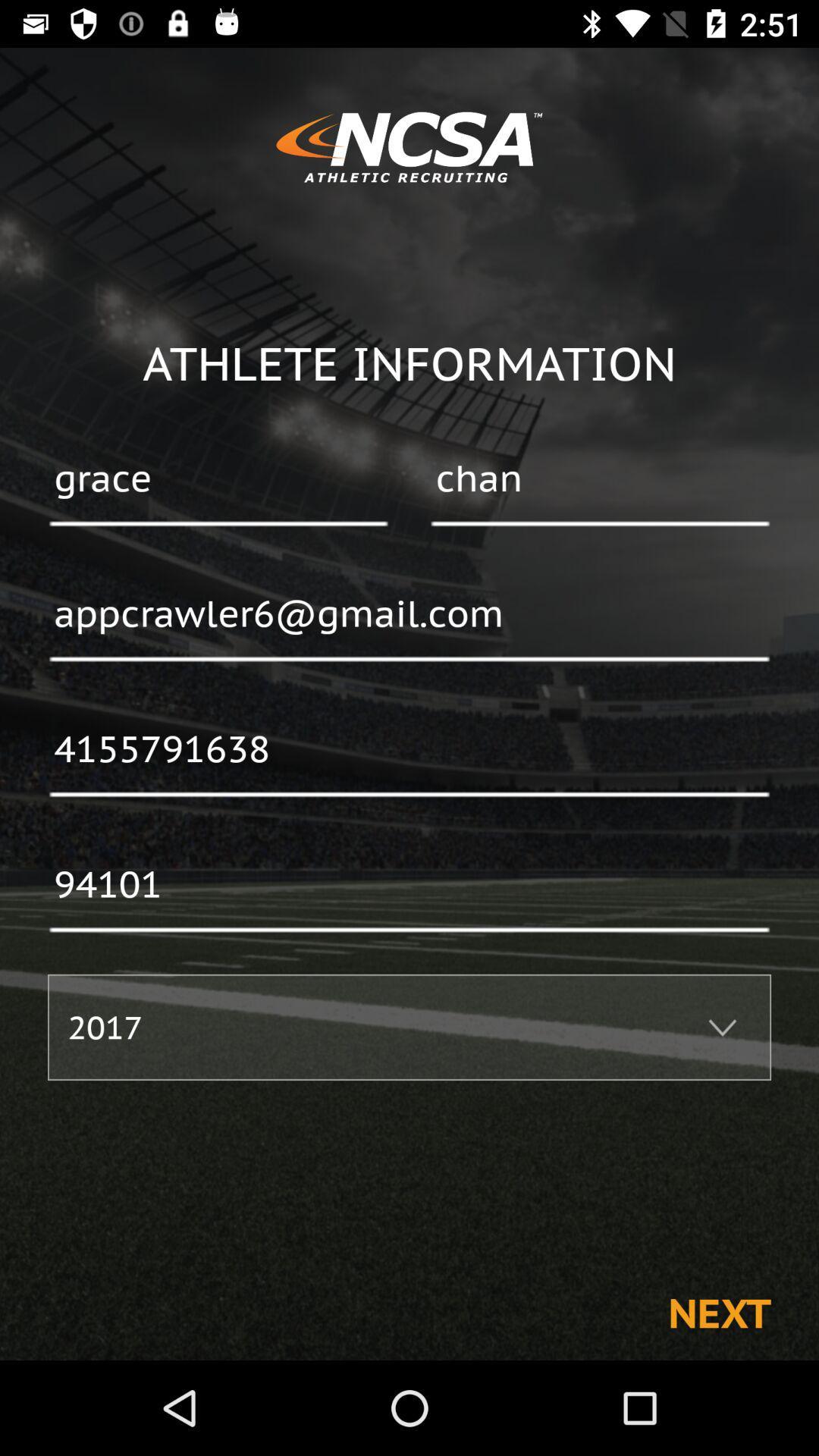 This screenshot has width=819, height=1456. Describe the element at coordinates (218, 479) in the screenshot. I see `icon at the top left corner` at that location.